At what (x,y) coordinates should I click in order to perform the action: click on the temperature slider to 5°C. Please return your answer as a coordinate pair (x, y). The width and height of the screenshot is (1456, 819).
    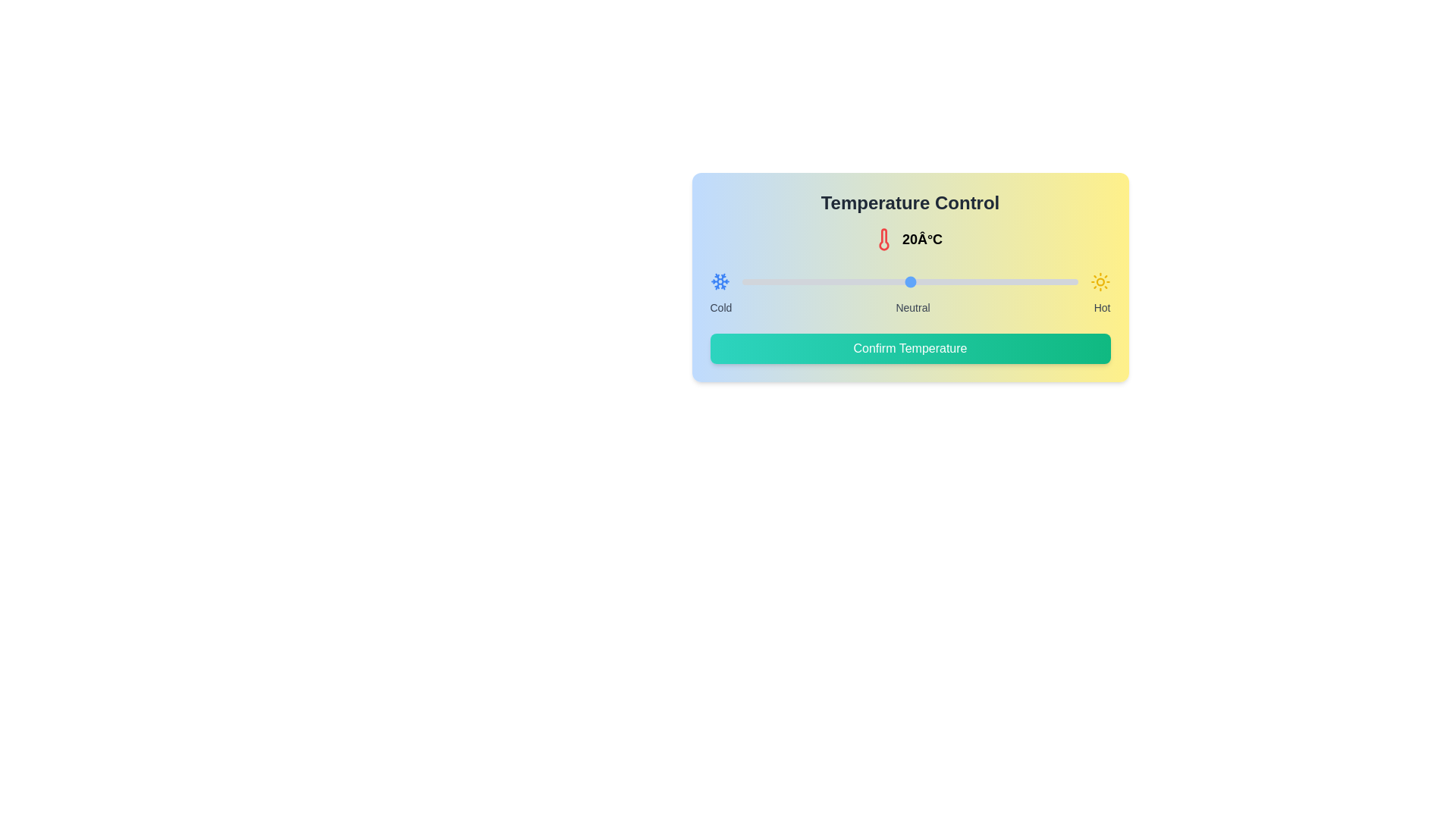
    Looking at the image, I should click on (784, 281).